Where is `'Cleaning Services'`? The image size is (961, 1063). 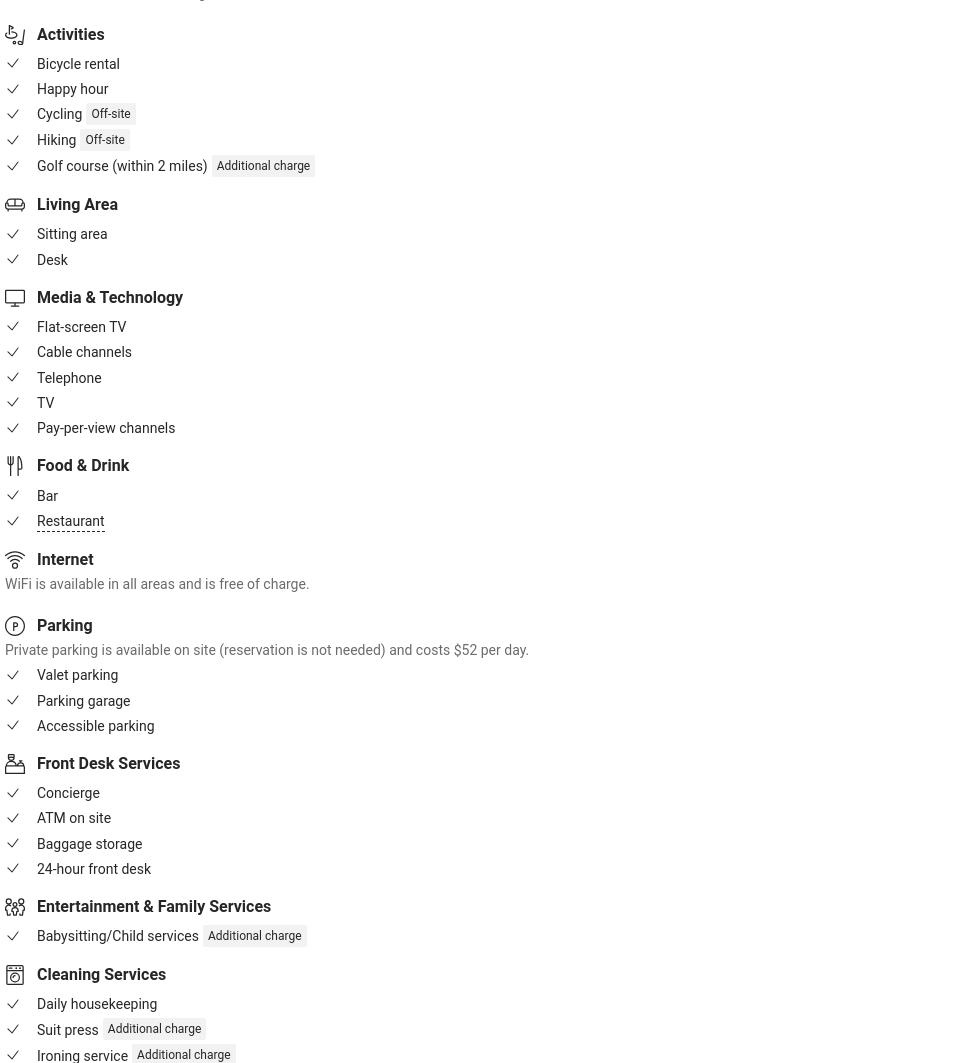 'Cleaning Services' is located at coordinates (101, 973).